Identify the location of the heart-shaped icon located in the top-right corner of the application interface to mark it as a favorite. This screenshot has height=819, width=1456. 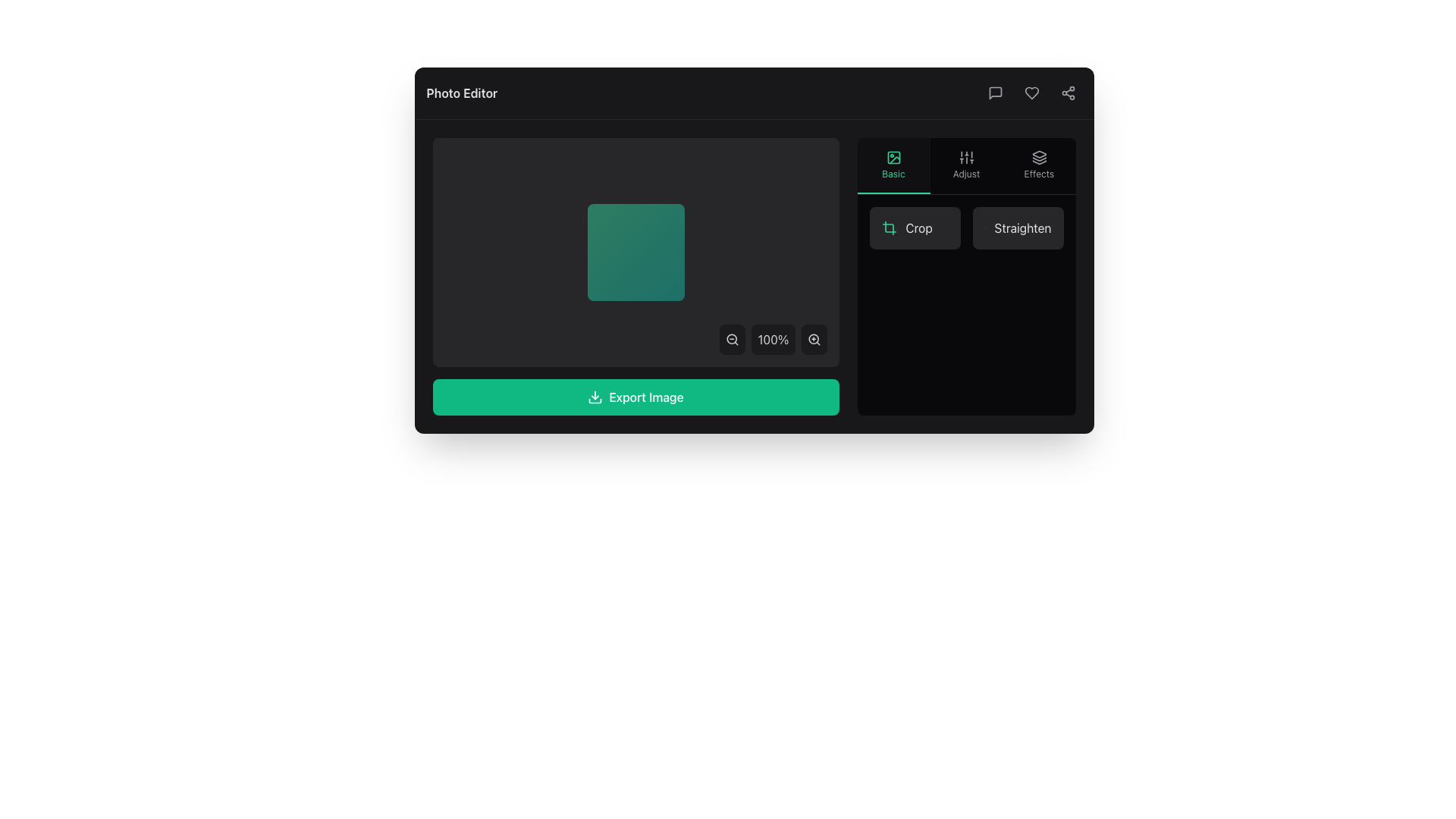
(1031, 93).